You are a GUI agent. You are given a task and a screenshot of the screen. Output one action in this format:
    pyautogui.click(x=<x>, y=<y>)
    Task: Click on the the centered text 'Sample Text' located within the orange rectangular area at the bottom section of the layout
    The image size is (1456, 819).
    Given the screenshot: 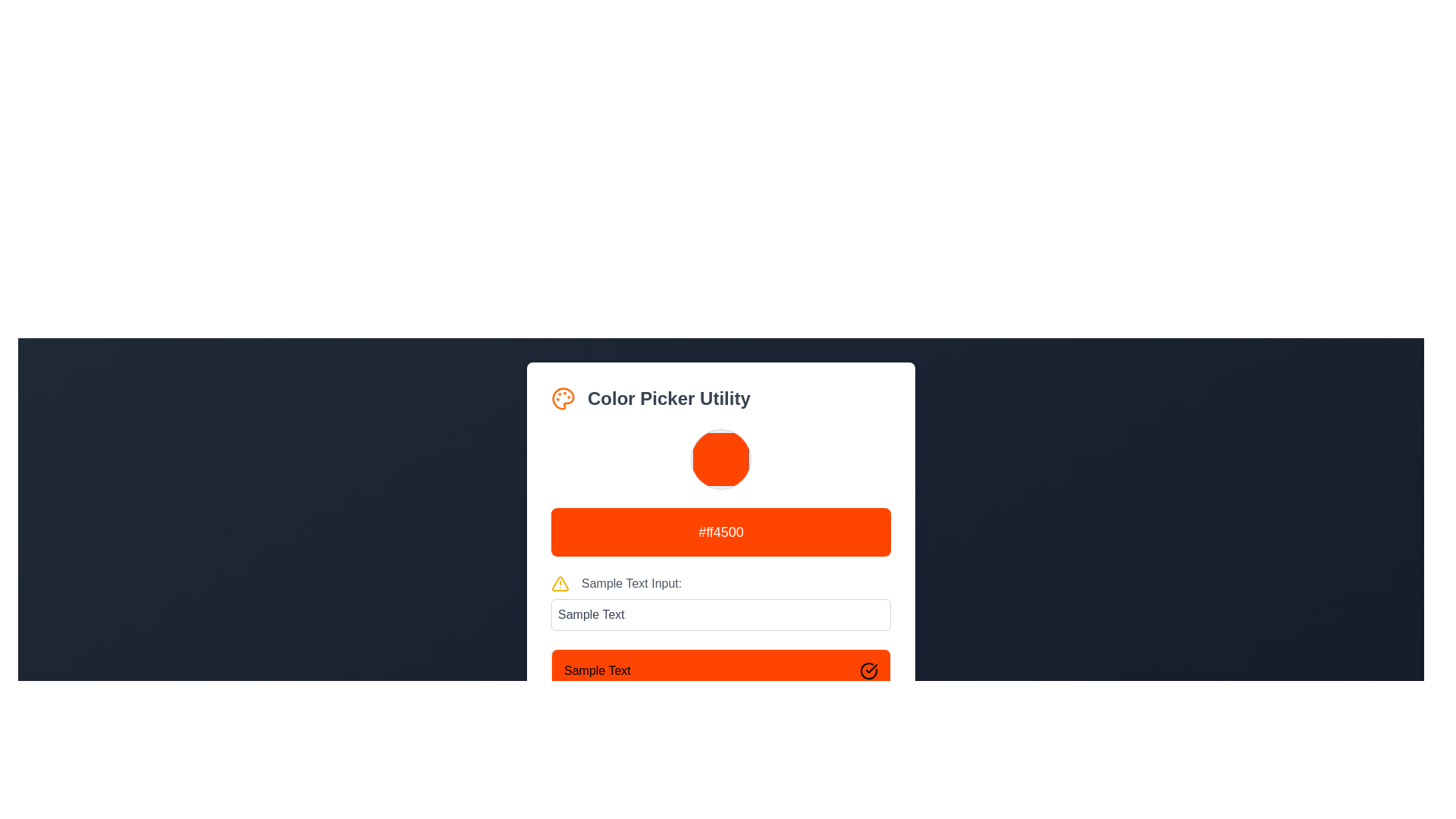 What is the action you would take?
    pyautogui.click(x=596, y=670)
    